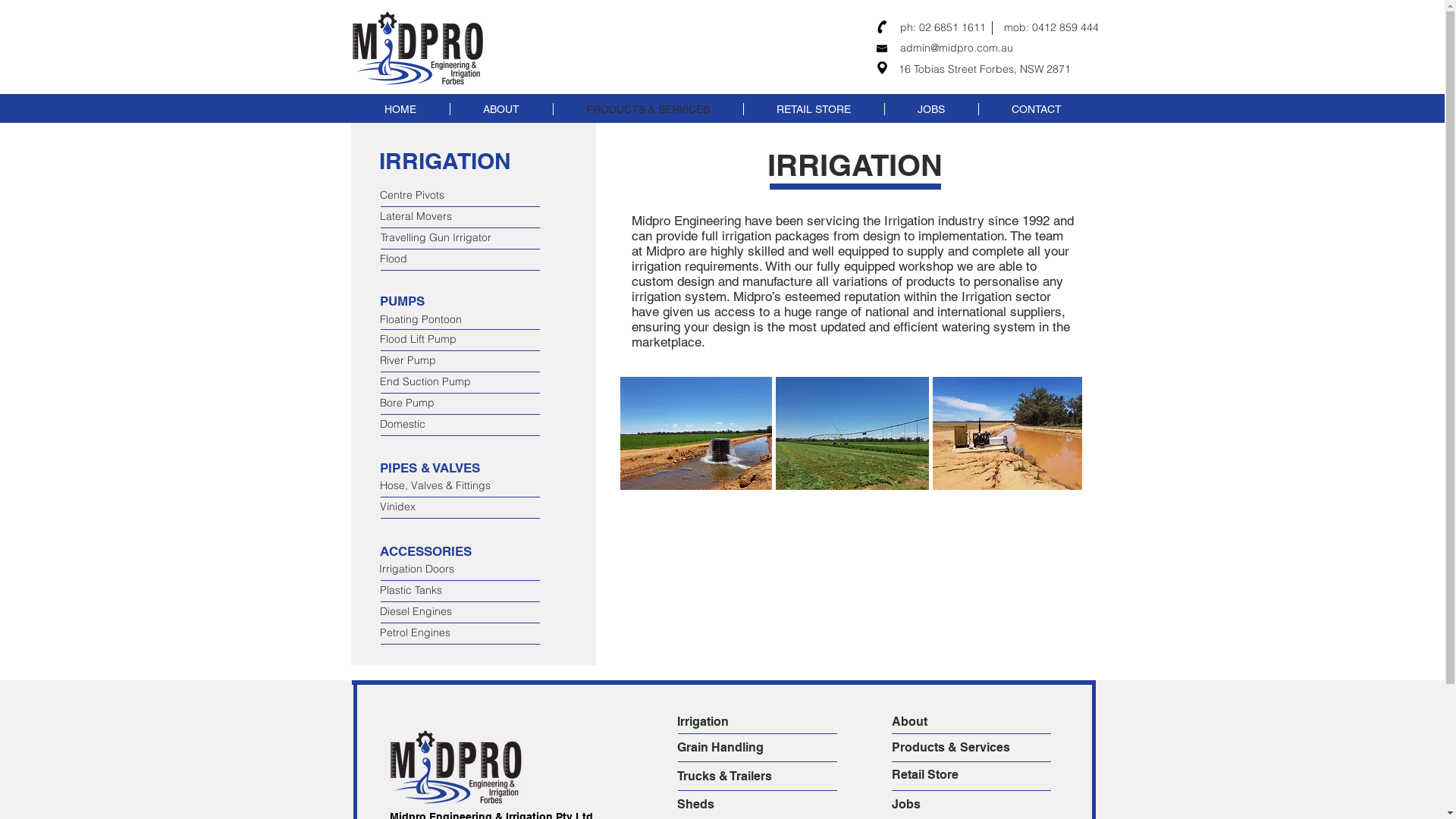 The image size is (1456, 819). Describe the element at coordinates (1035, 108) in the screenshot. I see `'CONTACT'` at that location.